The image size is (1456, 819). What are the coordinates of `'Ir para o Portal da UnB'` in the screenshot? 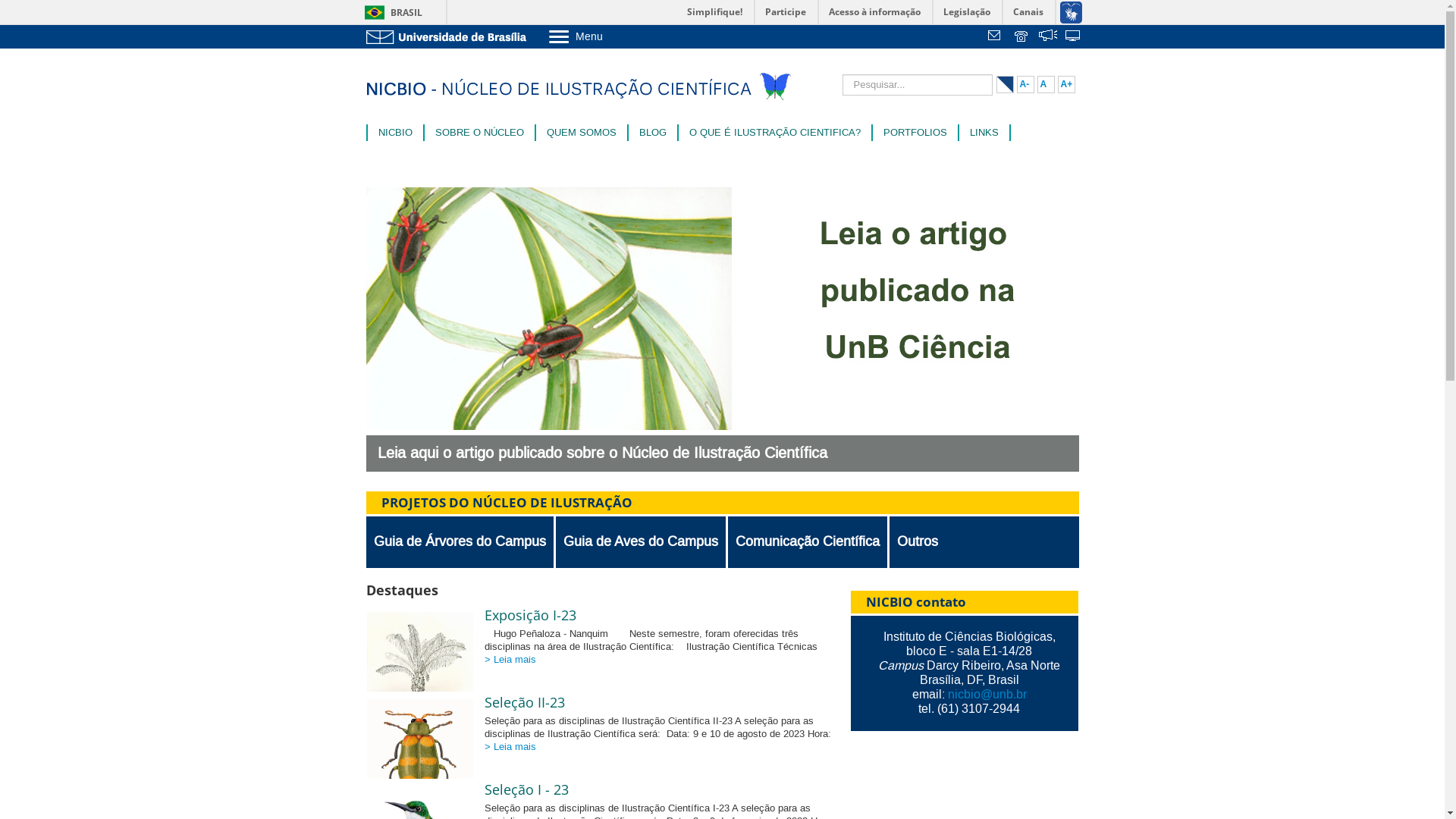 It's located at (447, 36).